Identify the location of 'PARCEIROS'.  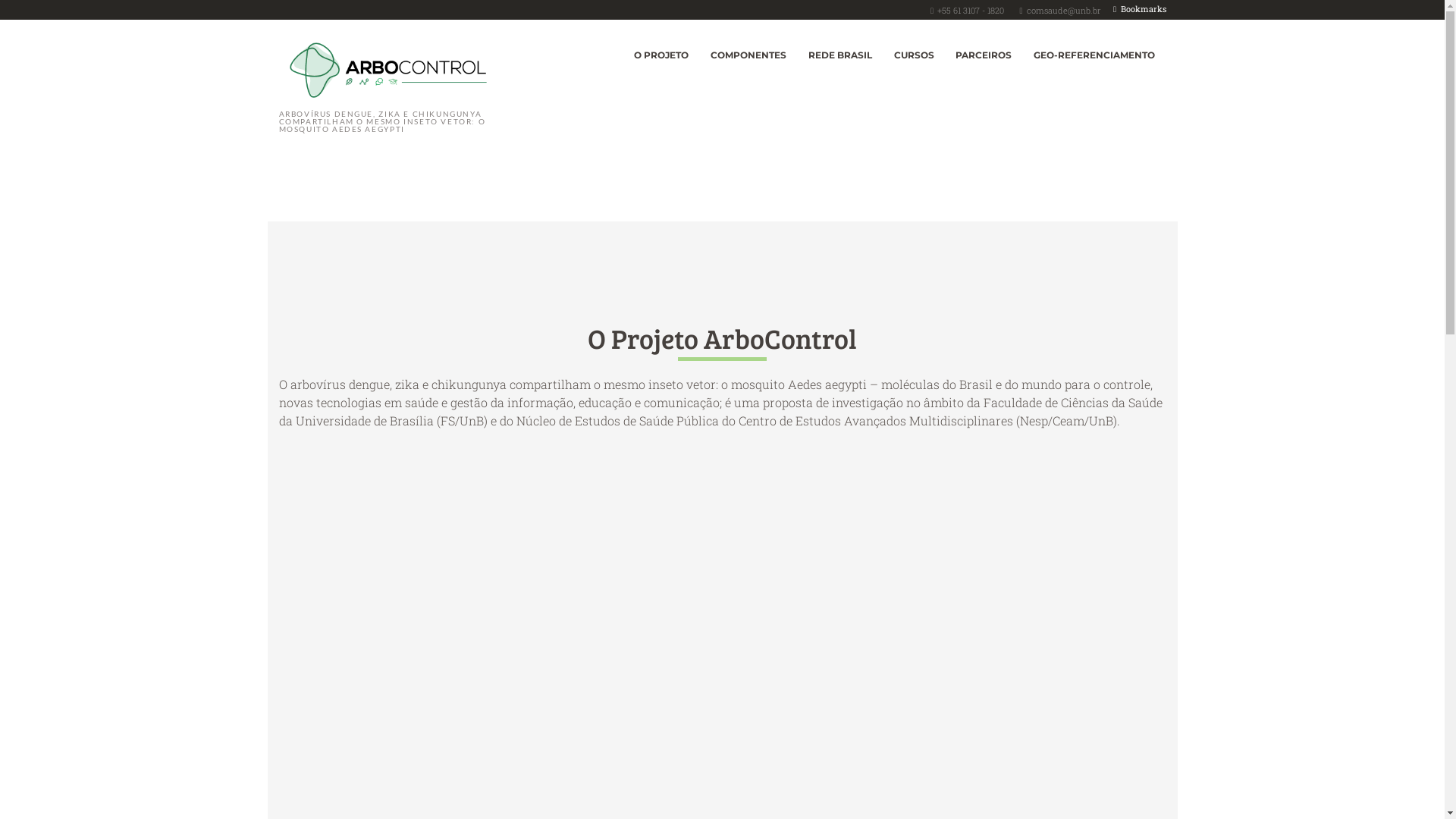
(984, 55).